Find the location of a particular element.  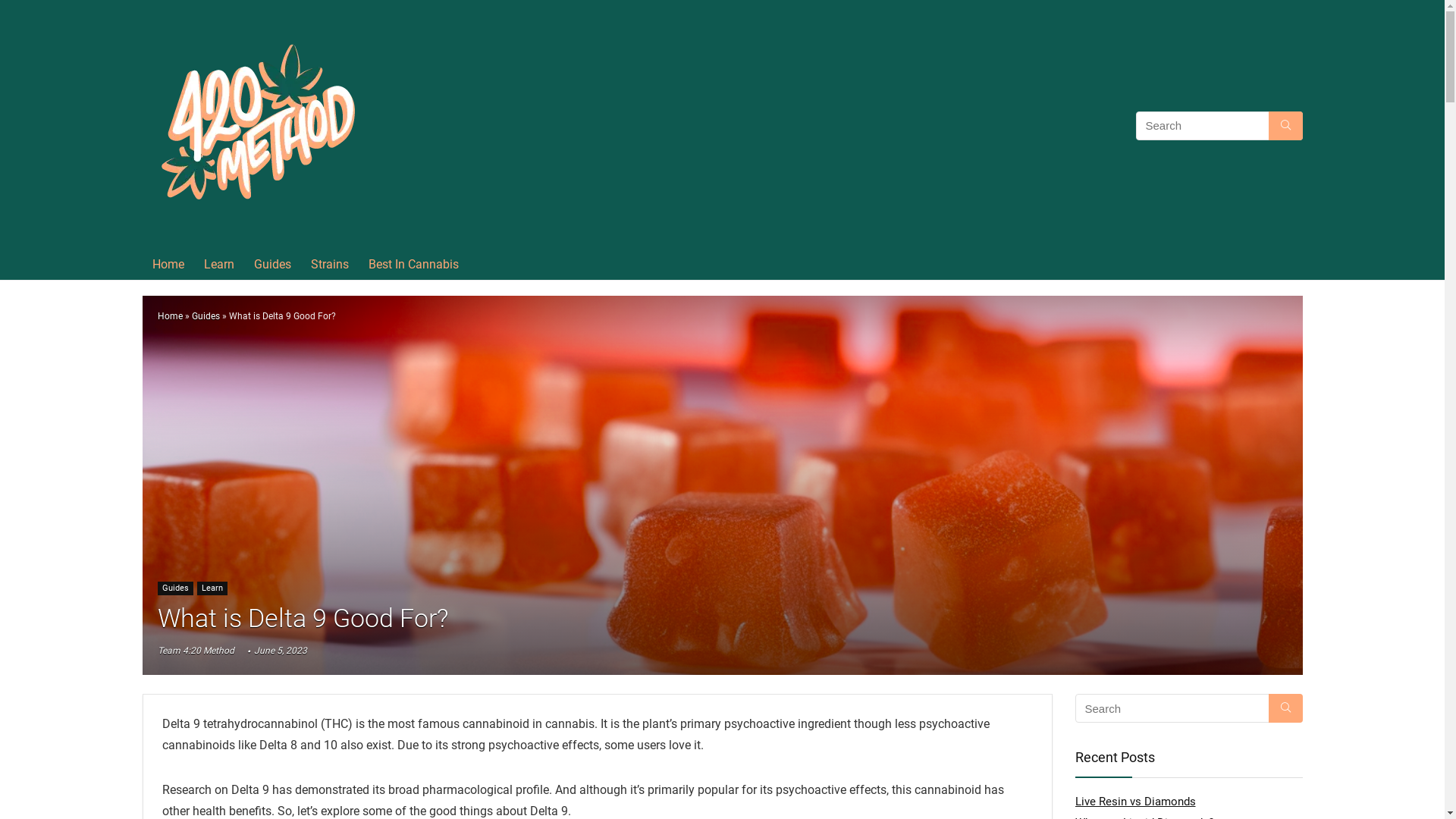

'Guides' is located at coordinates (243, 265).